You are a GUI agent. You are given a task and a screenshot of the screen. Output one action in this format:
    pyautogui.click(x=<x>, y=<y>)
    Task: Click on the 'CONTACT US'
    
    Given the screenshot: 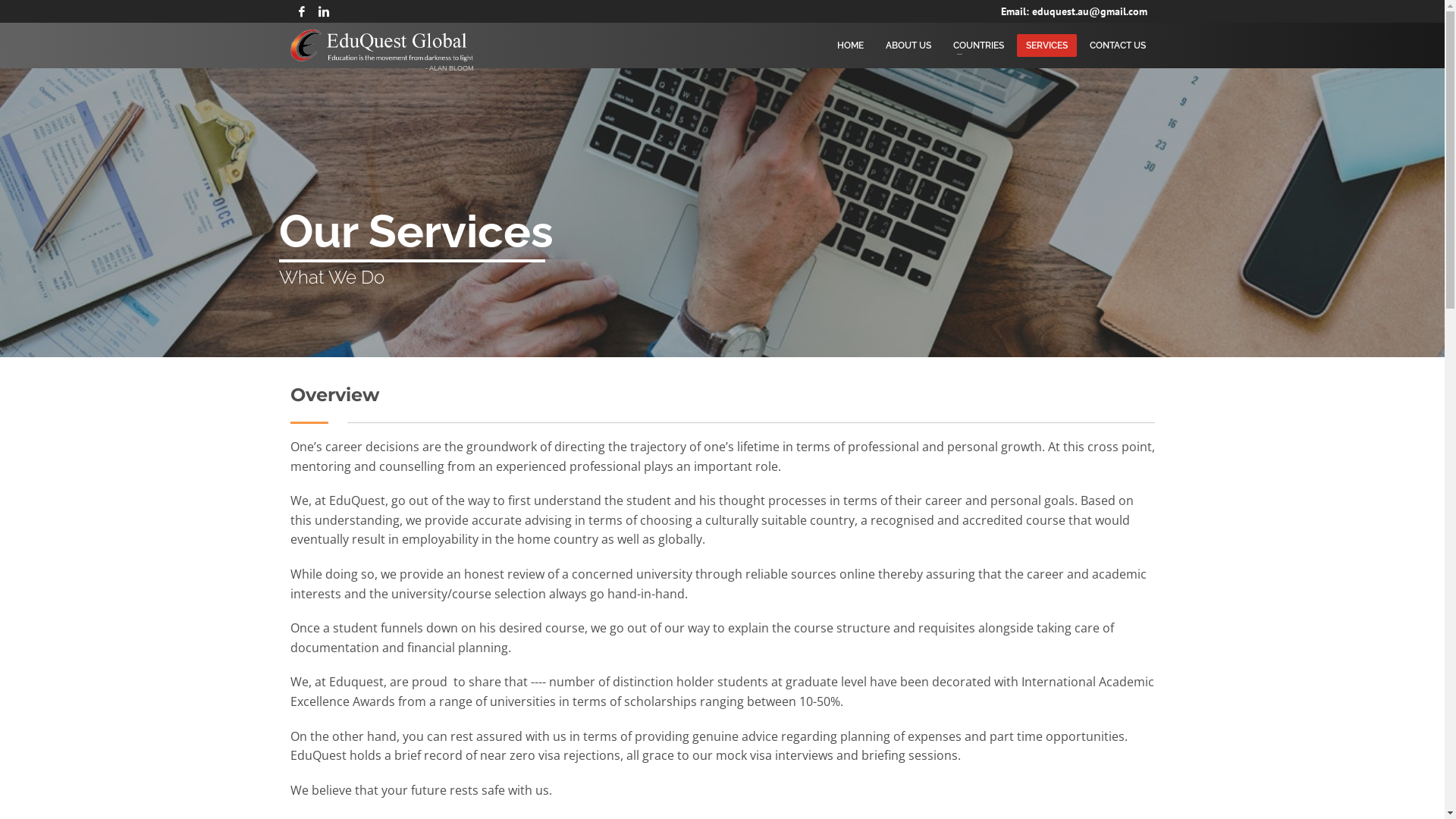 What is the action you would take?
    pyautogui.click(x=1117, y=45)
    